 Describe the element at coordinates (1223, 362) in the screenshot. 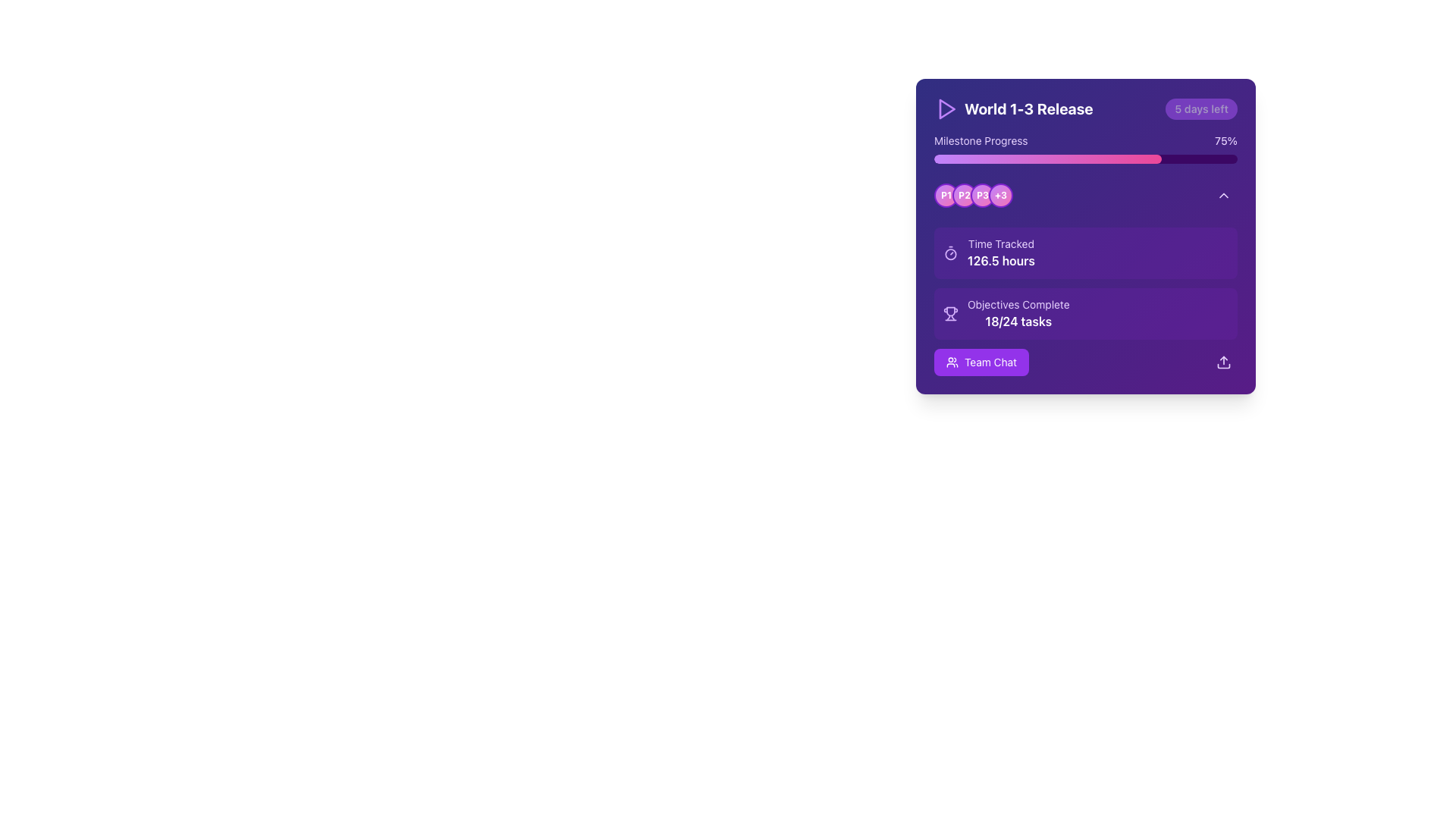

I see `the light purple upload icon with a rounded purple background located in the bottom-right corner of the 'World 1-3 Release' card` at that location.